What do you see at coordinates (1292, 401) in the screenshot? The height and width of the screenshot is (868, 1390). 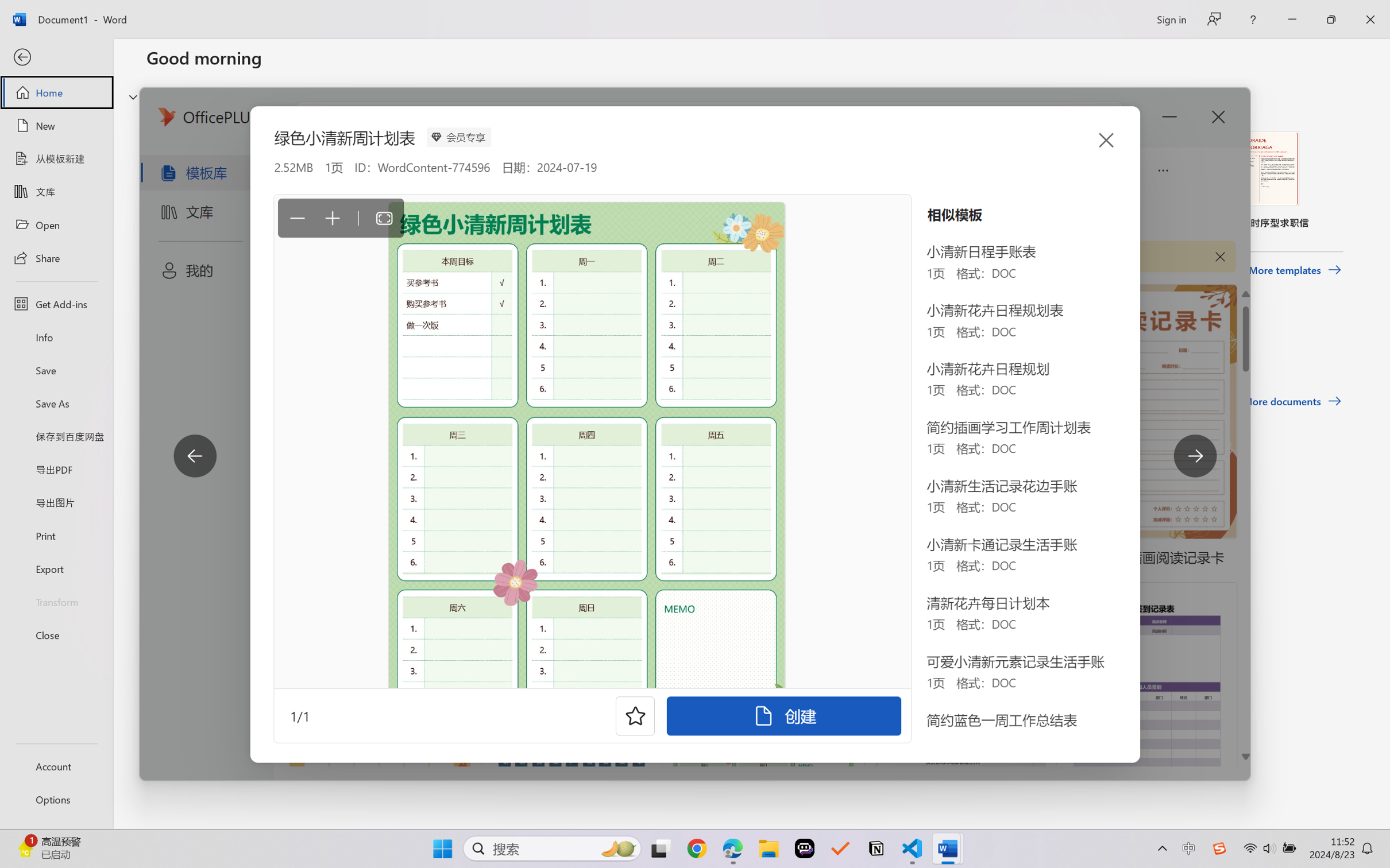 I see `'More documents'` at bounding box center [1292, 401].